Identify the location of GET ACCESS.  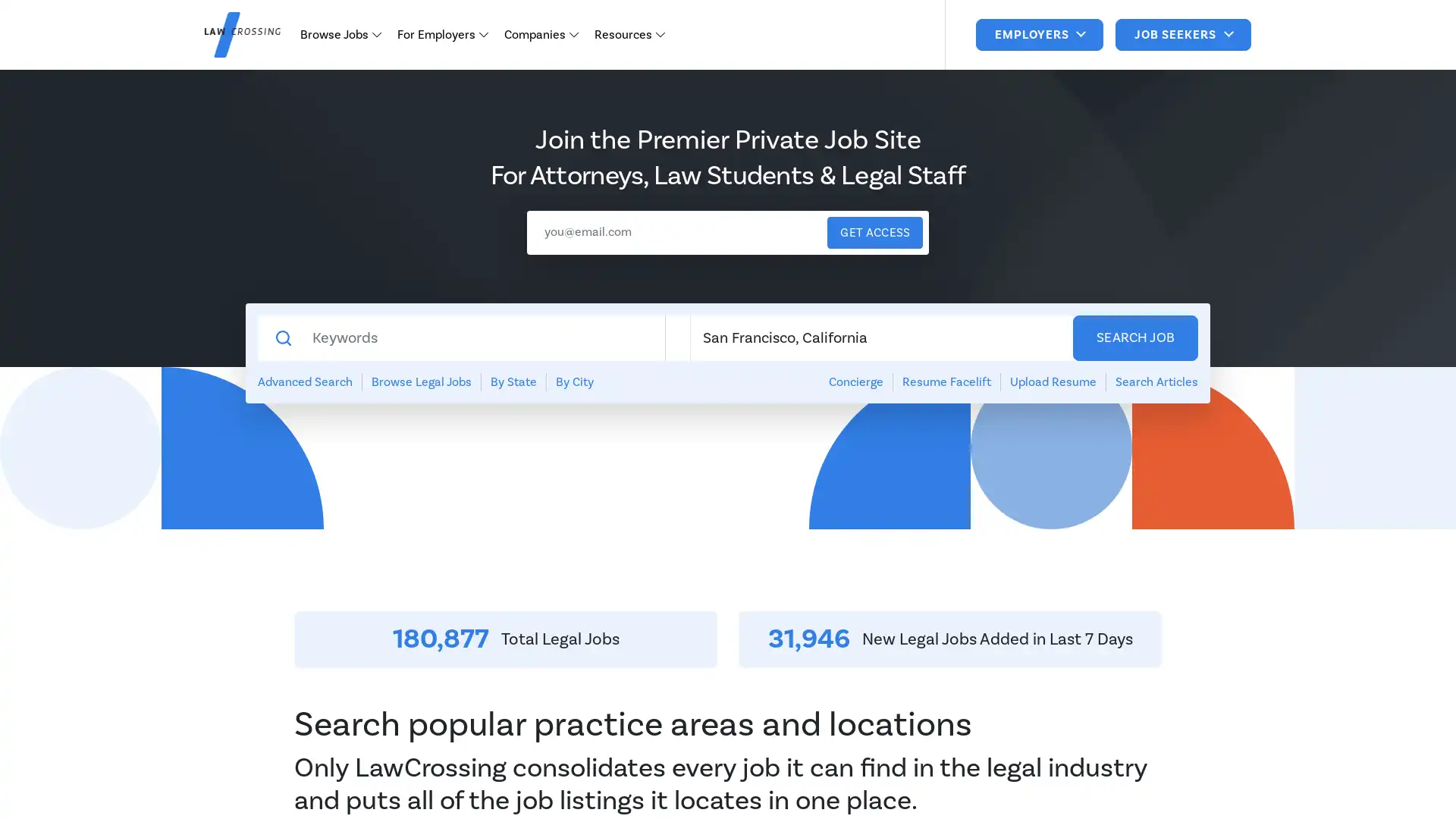
(874, 233).